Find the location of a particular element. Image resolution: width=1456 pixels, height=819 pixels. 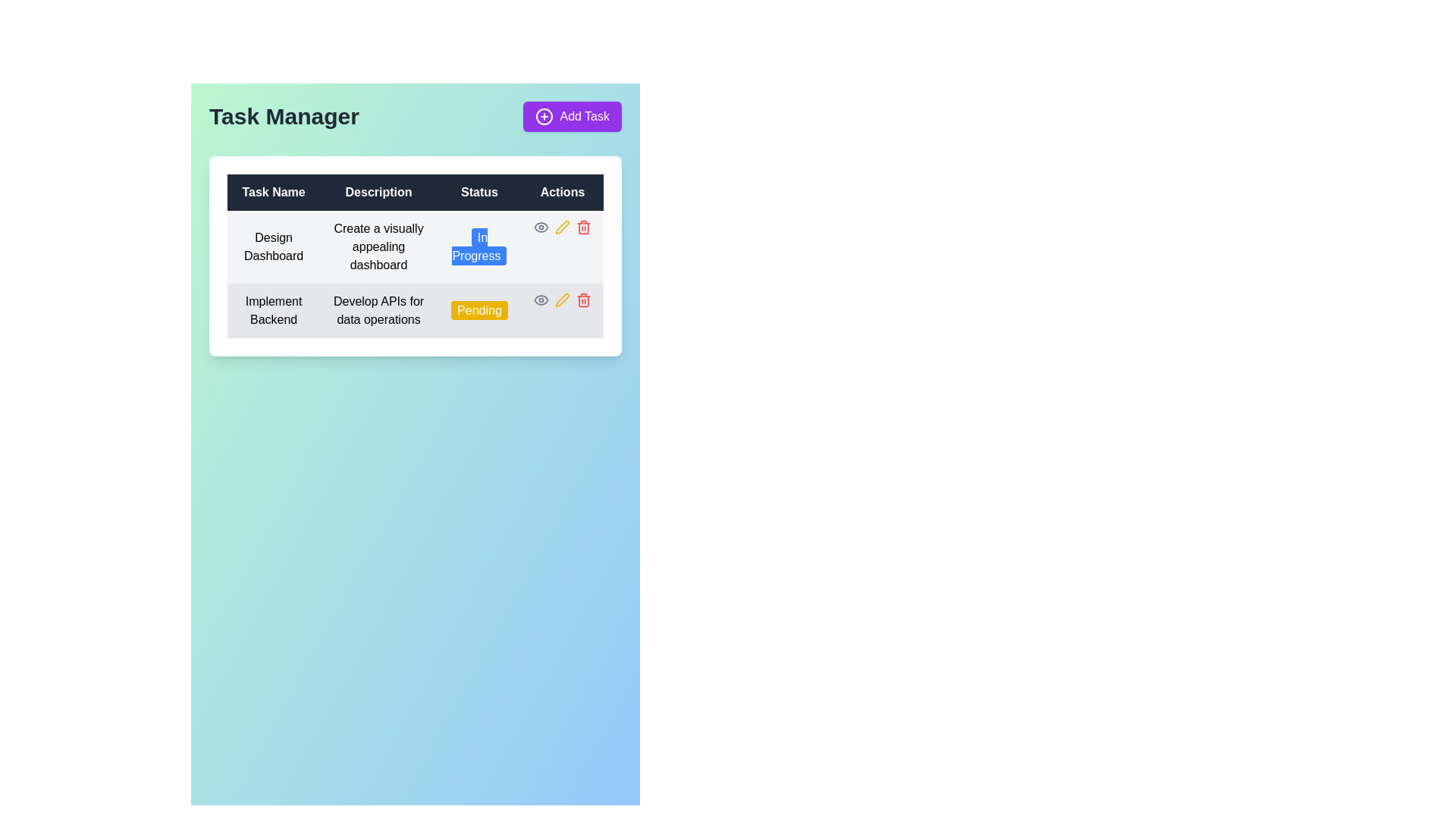

the red trash icon, which is the last icon in the 'Actions' column of the task manager interface is located at coordinates (582, 300).